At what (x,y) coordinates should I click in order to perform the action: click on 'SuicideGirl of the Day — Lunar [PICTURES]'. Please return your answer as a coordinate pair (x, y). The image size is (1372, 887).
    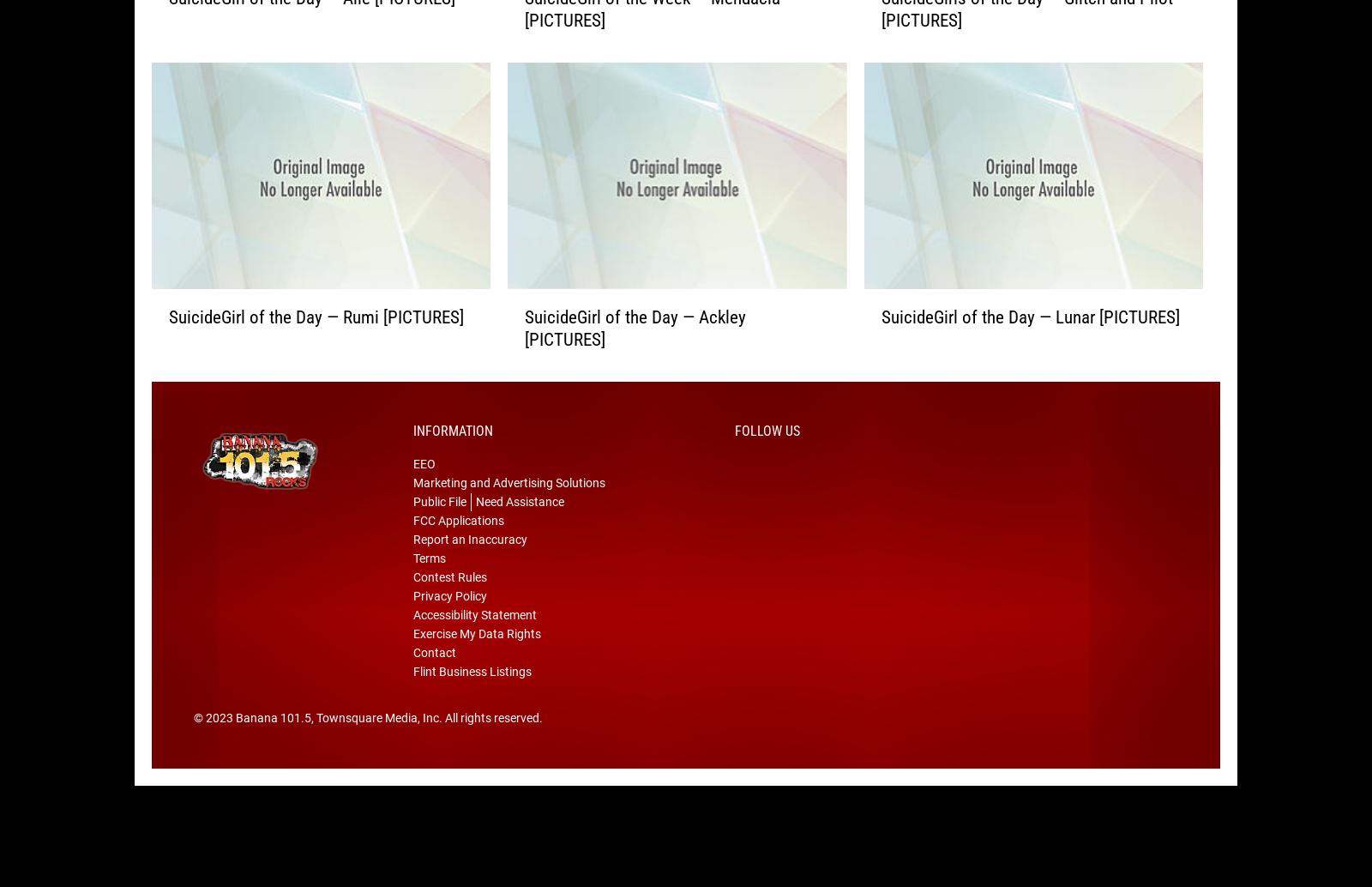
    Looking at the image, I should click on (1029, 342).